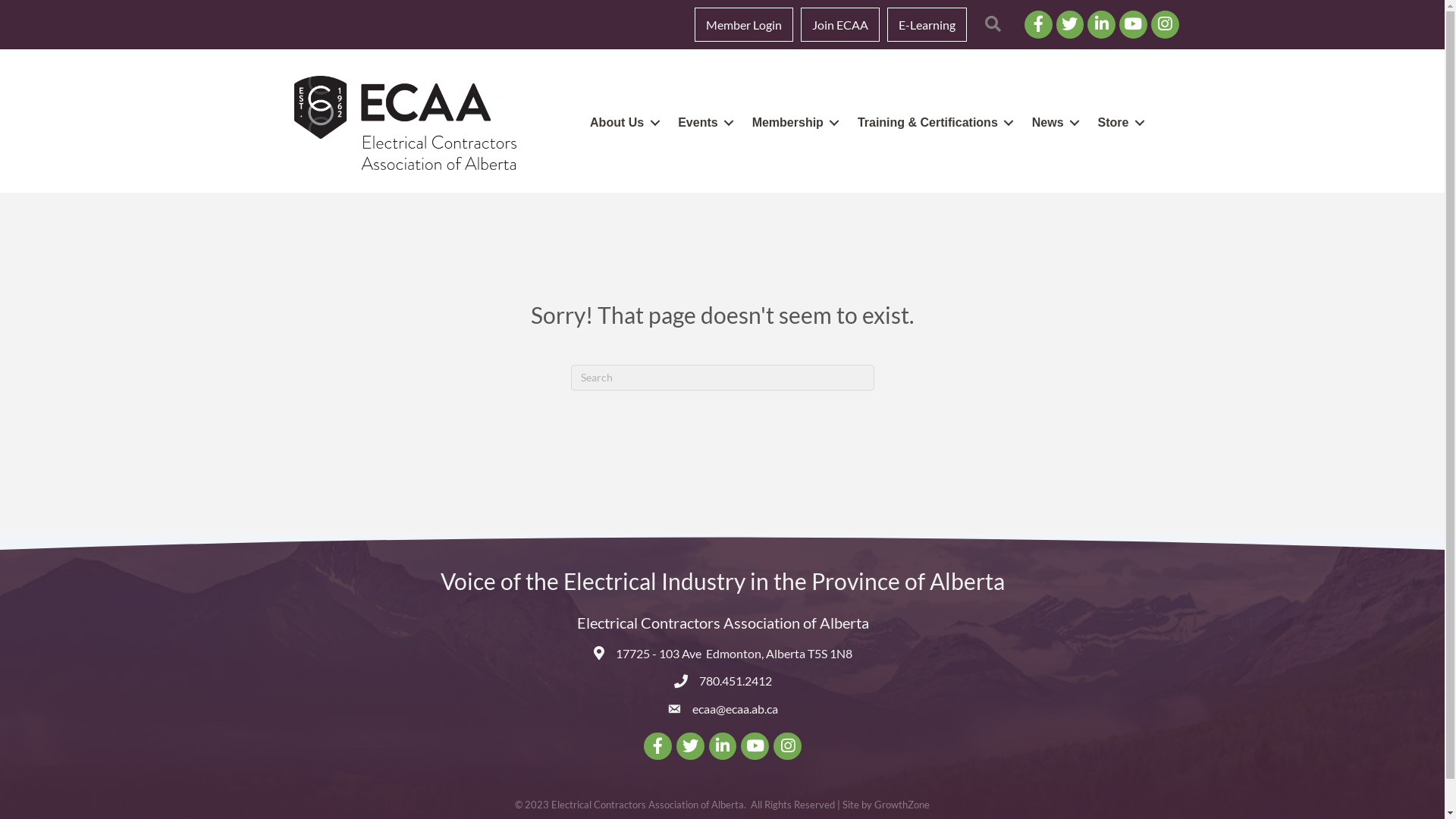  I want to click on 'E-Learning', so click(926, 24).